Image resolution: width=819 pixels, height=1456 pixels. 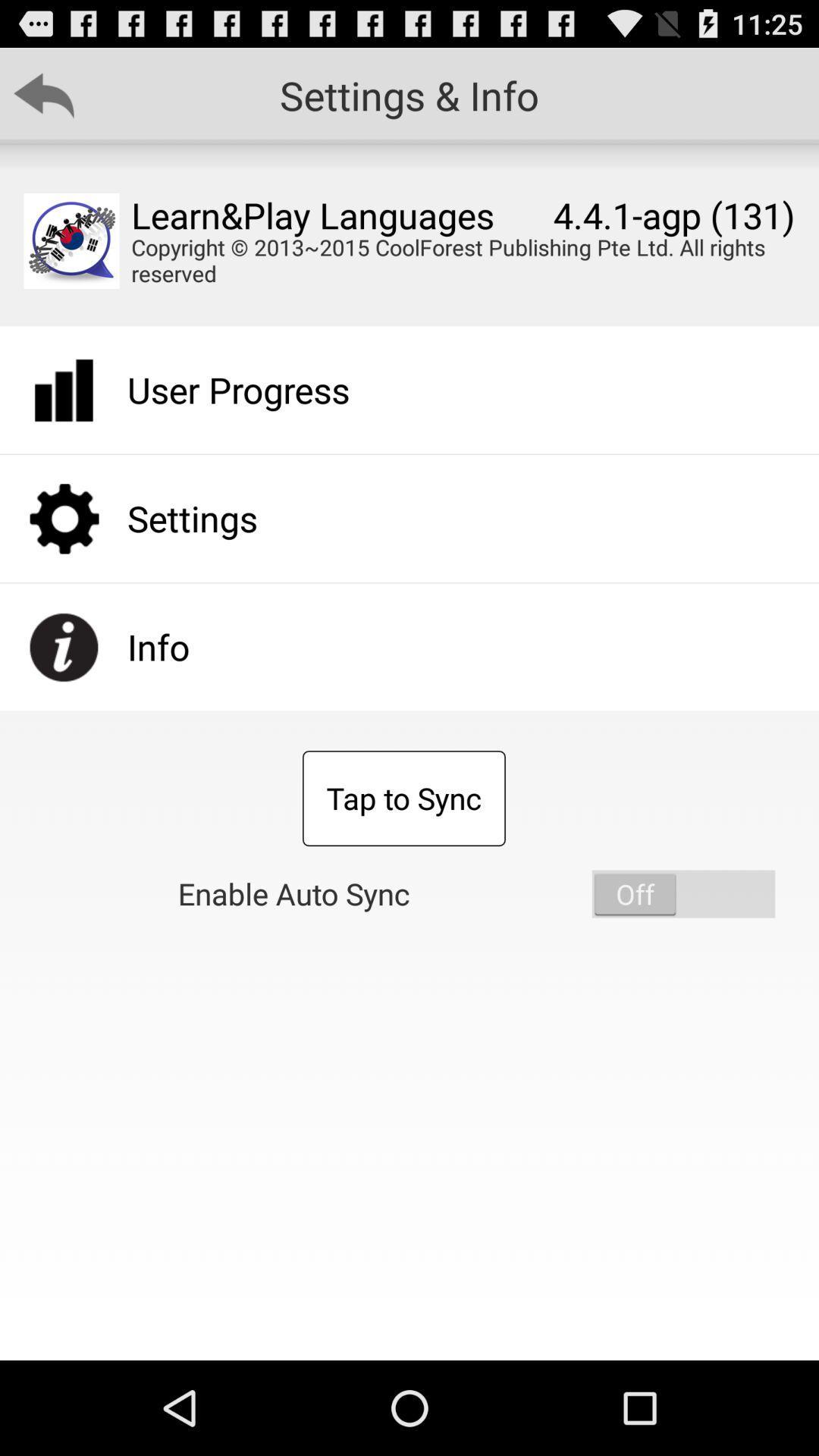 I want to click on the tap to sync item, so click(x=403, y=797).